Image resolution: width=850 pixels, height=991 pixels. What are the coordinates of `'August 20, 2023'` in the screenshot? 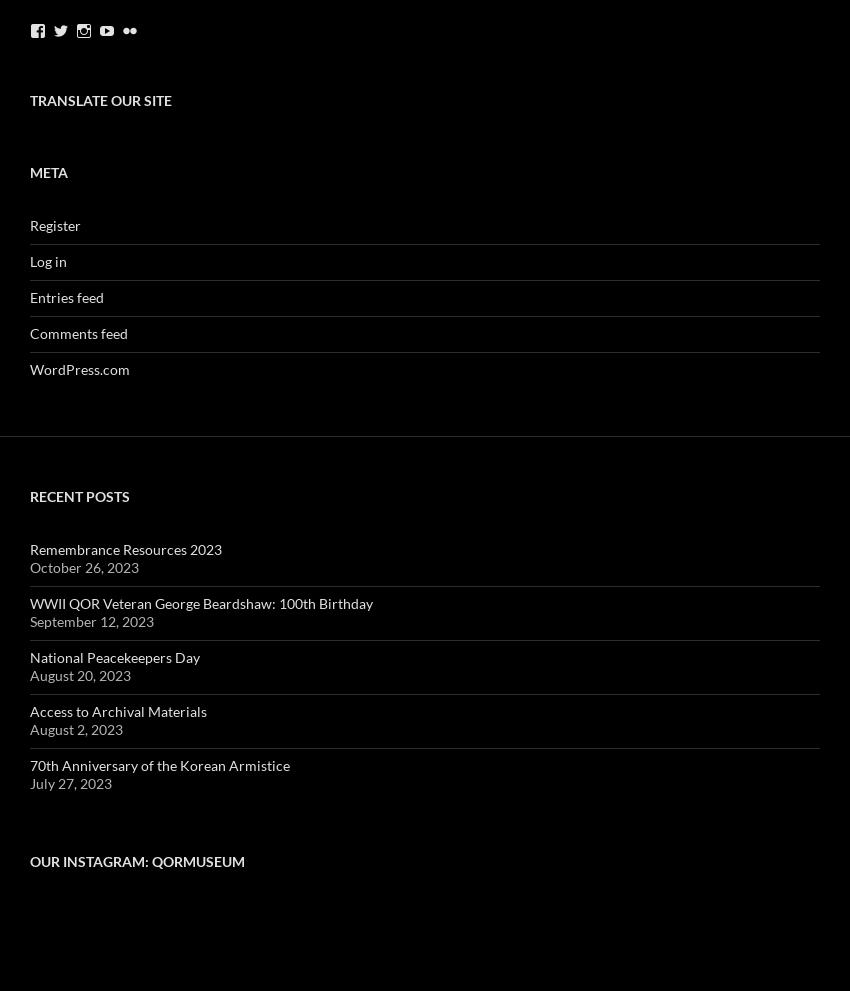 It's located at (29, 674).